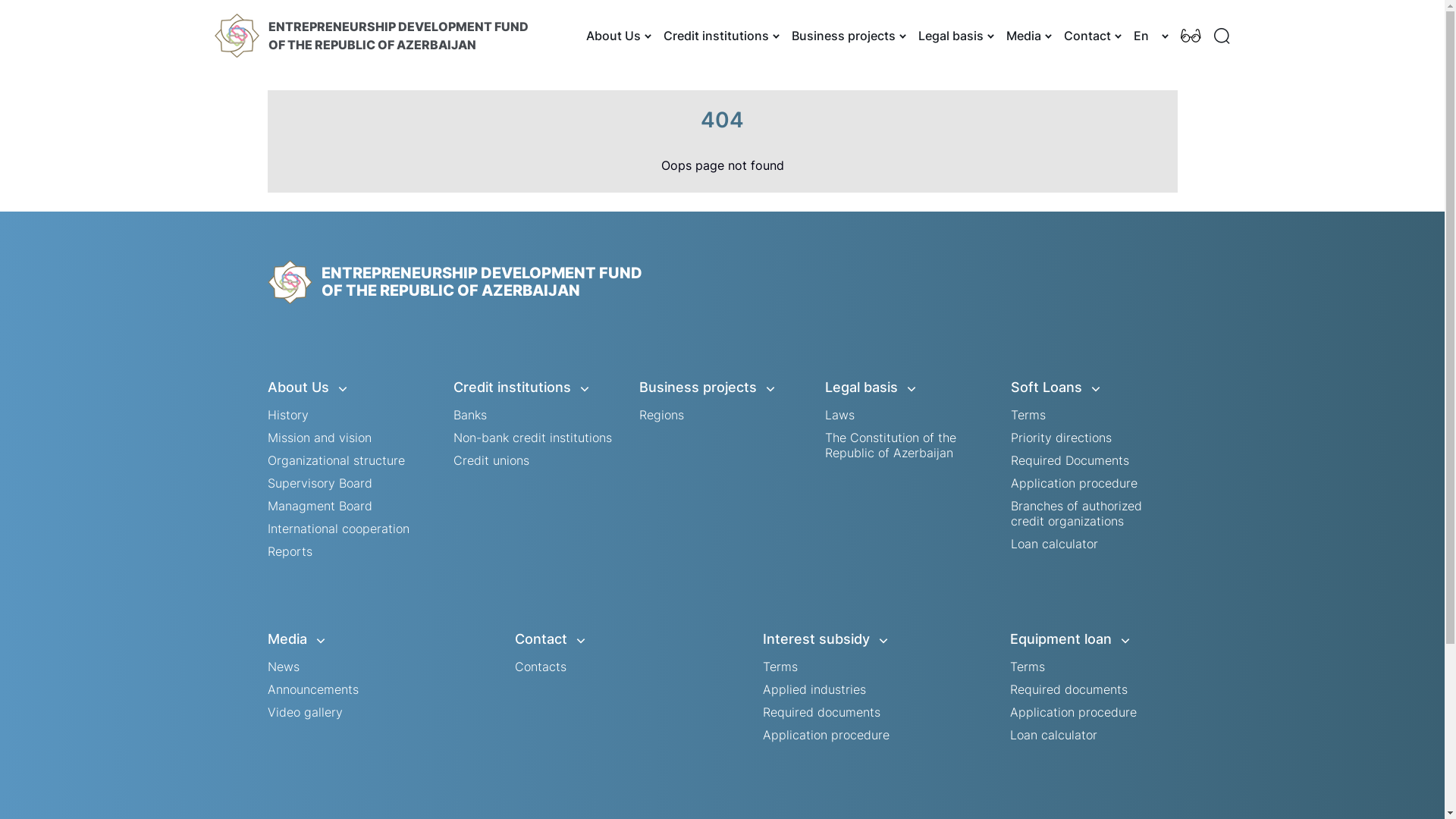  I want to click on 'Required Documents', so click(1068, 459).